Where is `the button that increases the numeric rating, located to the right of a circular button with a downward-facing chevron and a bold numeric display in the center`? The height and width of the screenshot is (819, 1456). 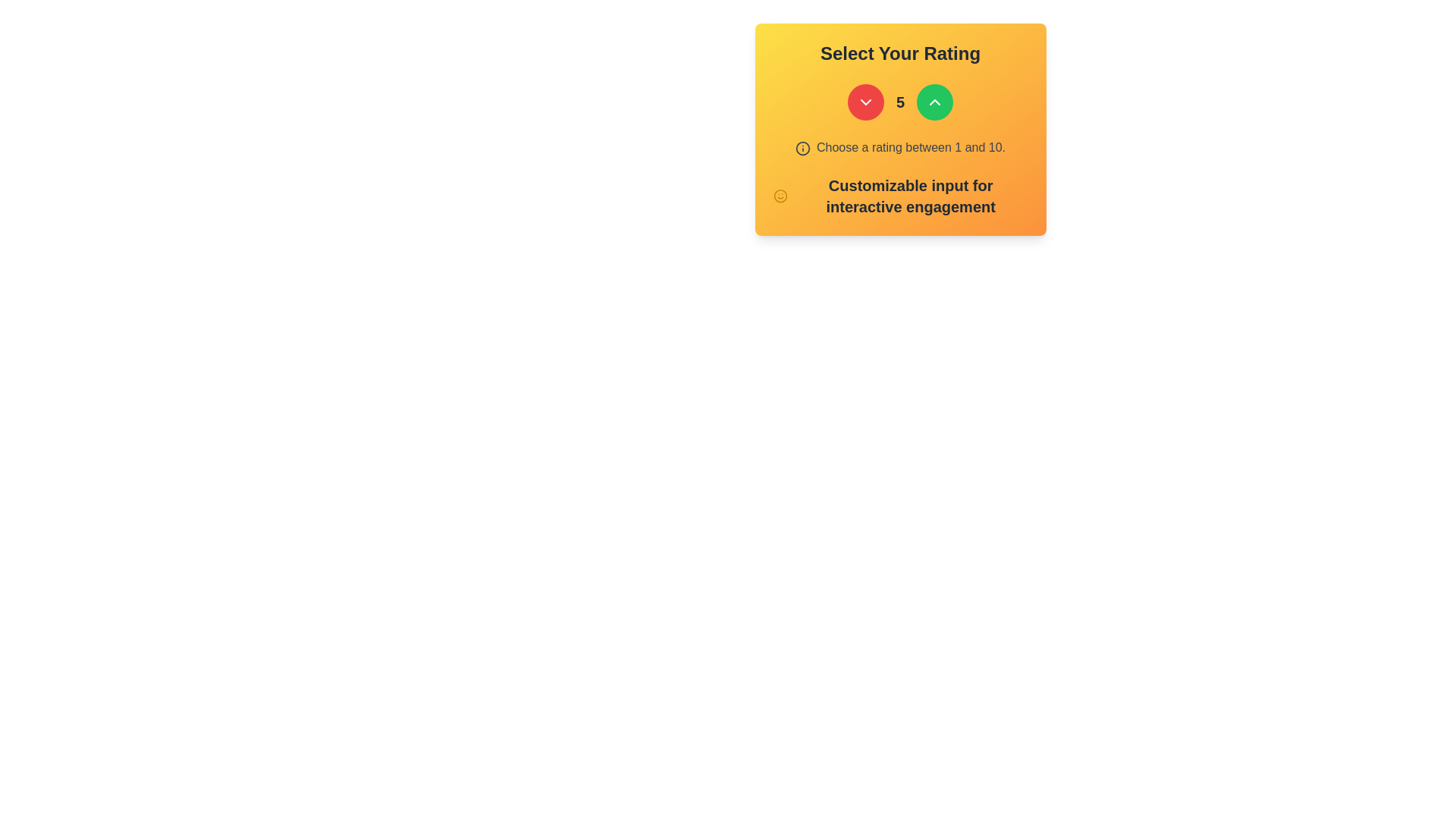 the button that increases the numeric rating, located to the right of a circular button with a downward-facing chevron and a bold numeric display in the center is located at coordinates (934, 102).